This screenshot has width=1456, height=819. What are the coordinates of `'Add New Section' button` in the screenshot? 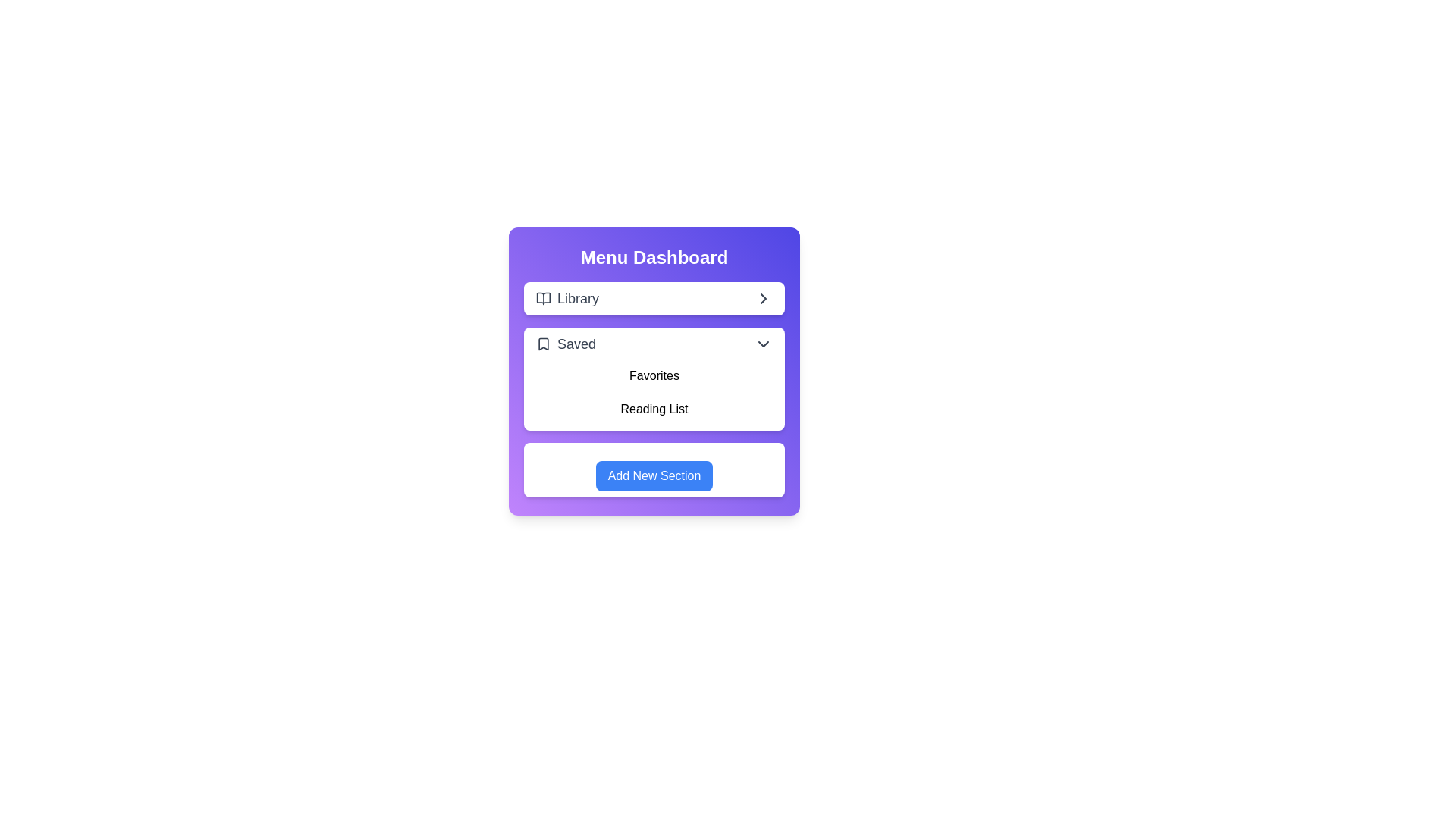 It's located at (654, 475).